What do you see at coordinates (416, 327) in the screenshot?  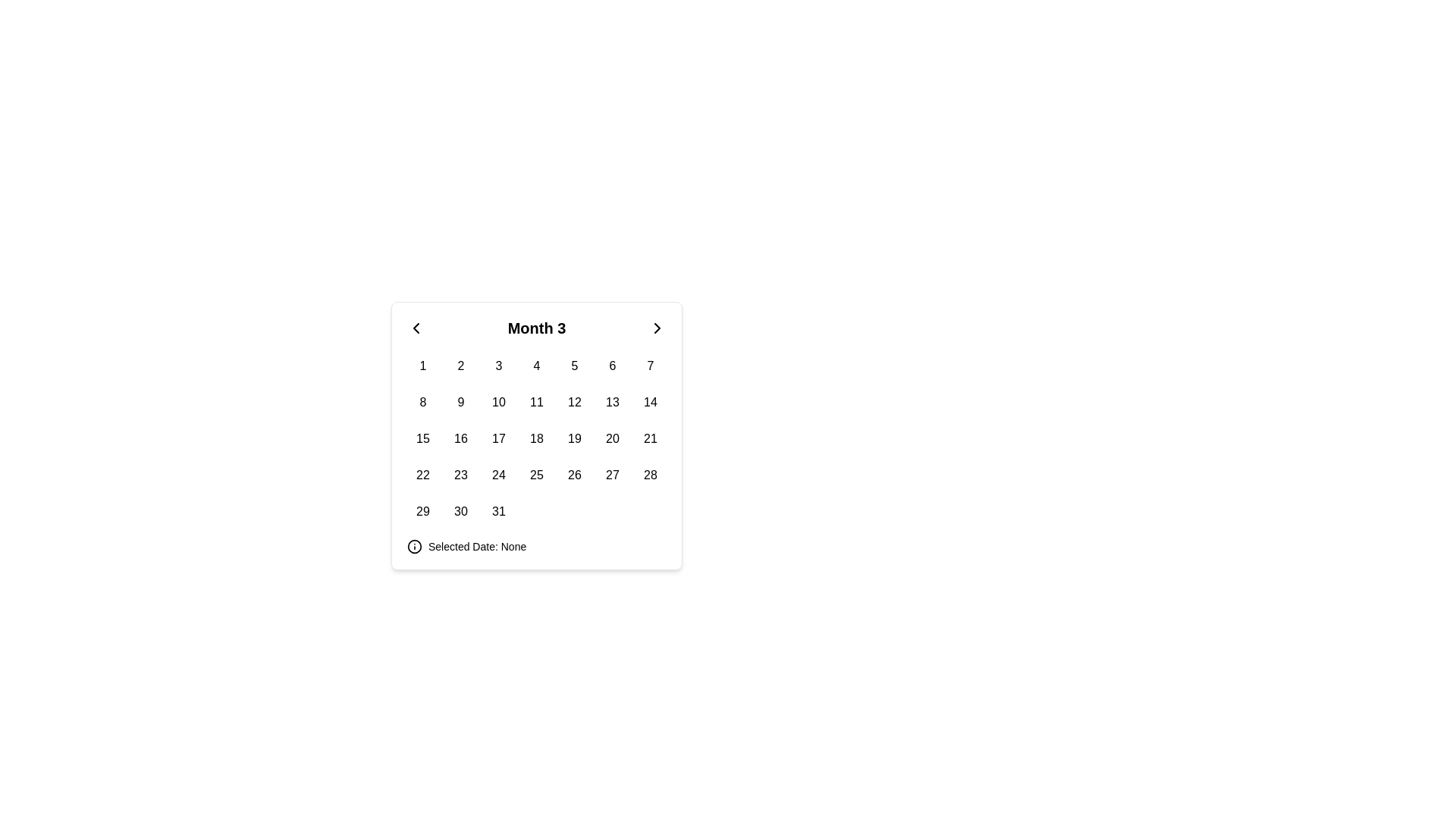 I see `the navigational button that allows users to navigate to the previous month, positioned to the left of 'Month 3' in the calendar header` at bounding box center [416, 327].